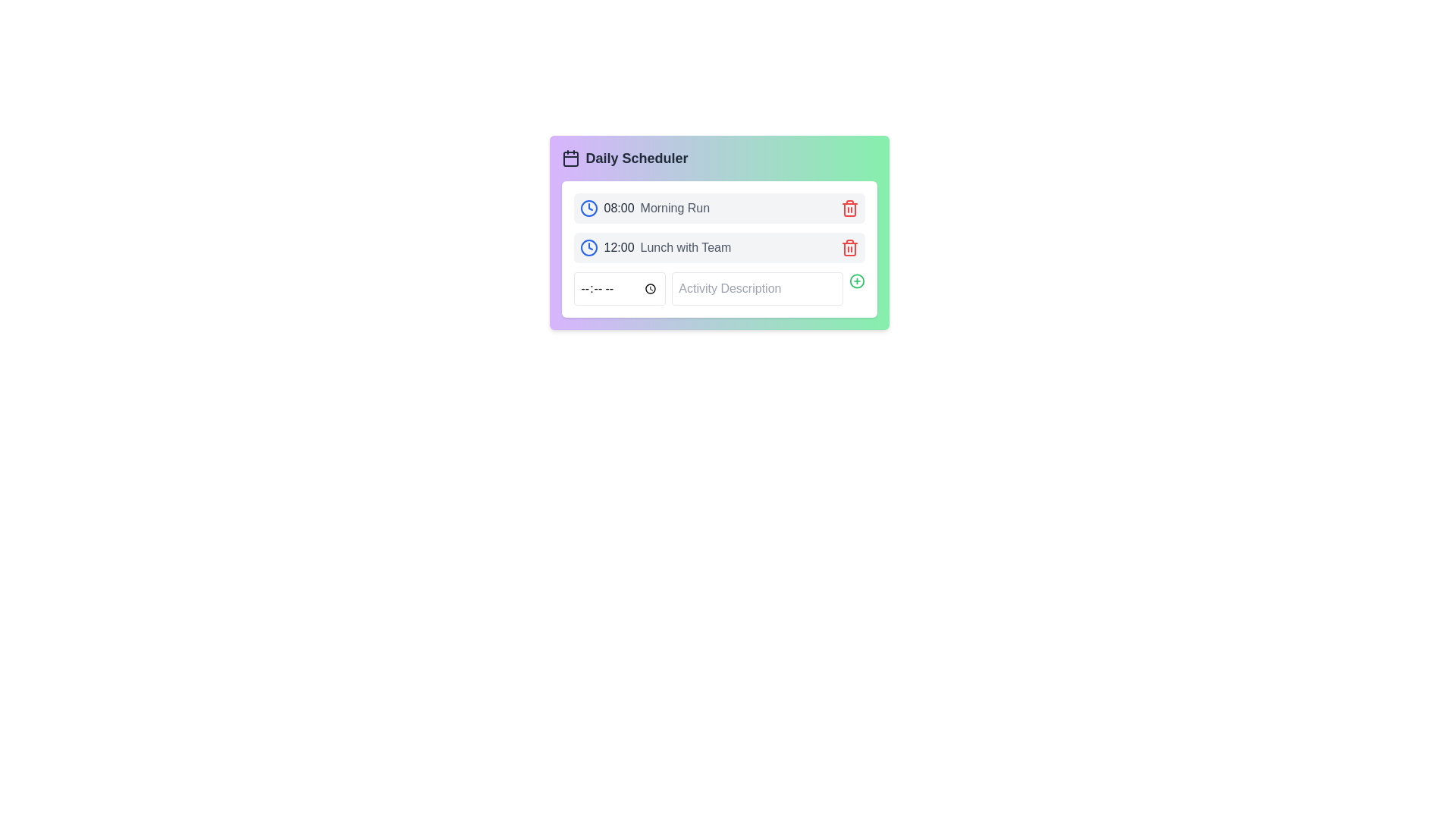 The image size is (1456, 819). What do you see at coordinates (856, 281) in the screenshot?
I see `the green outlined circular SVG component that is part of the plus sign icon located in the lower-right region of the schedule interface` at bounding box center [856, 281].